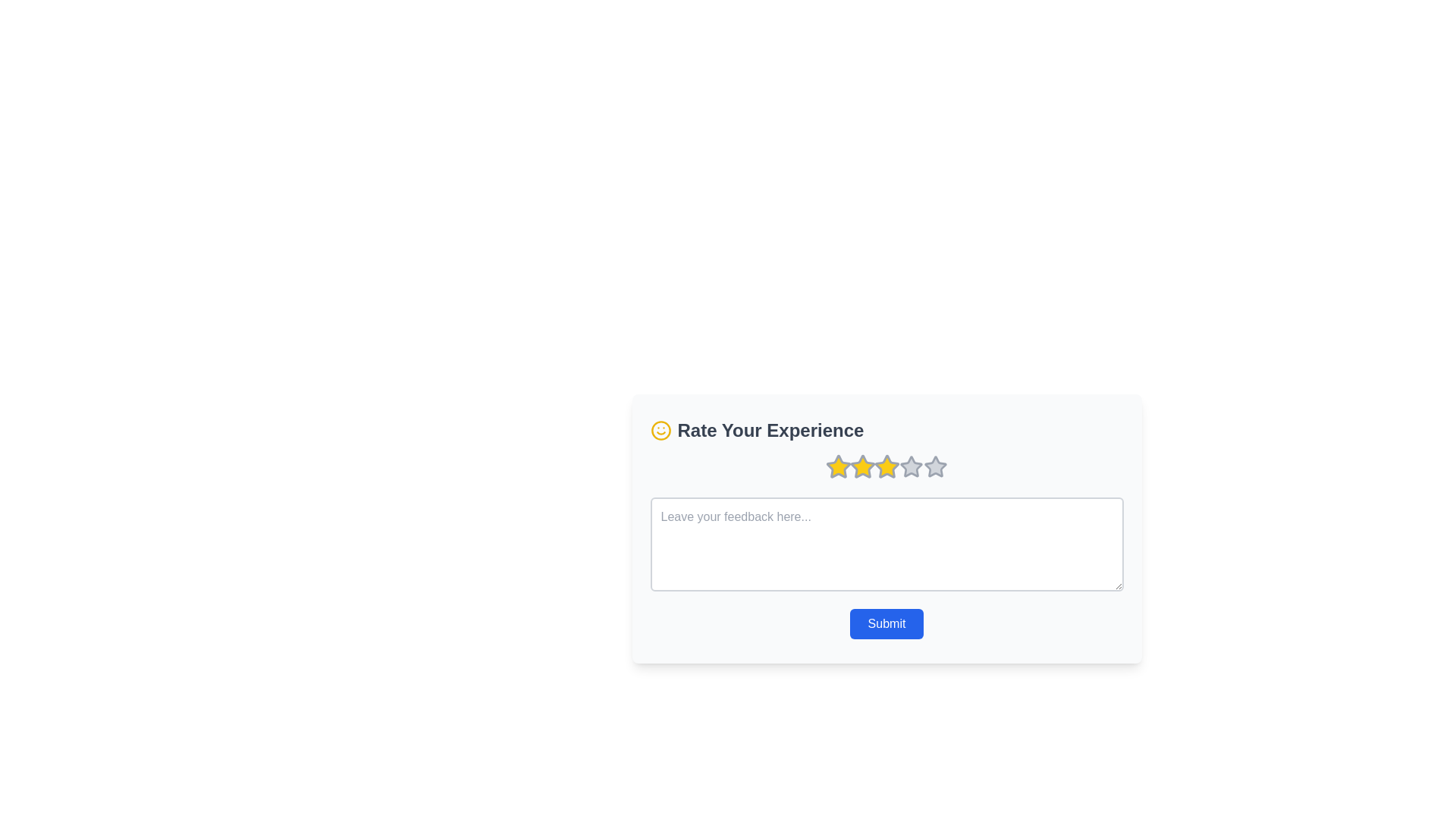 Image resolution: width=1456 pixels, height=819 pixels. What do you see at coordinates (886, 466) in the screenshot?
I see `the third star icon in the rating system` at bounding box center [886, 466].